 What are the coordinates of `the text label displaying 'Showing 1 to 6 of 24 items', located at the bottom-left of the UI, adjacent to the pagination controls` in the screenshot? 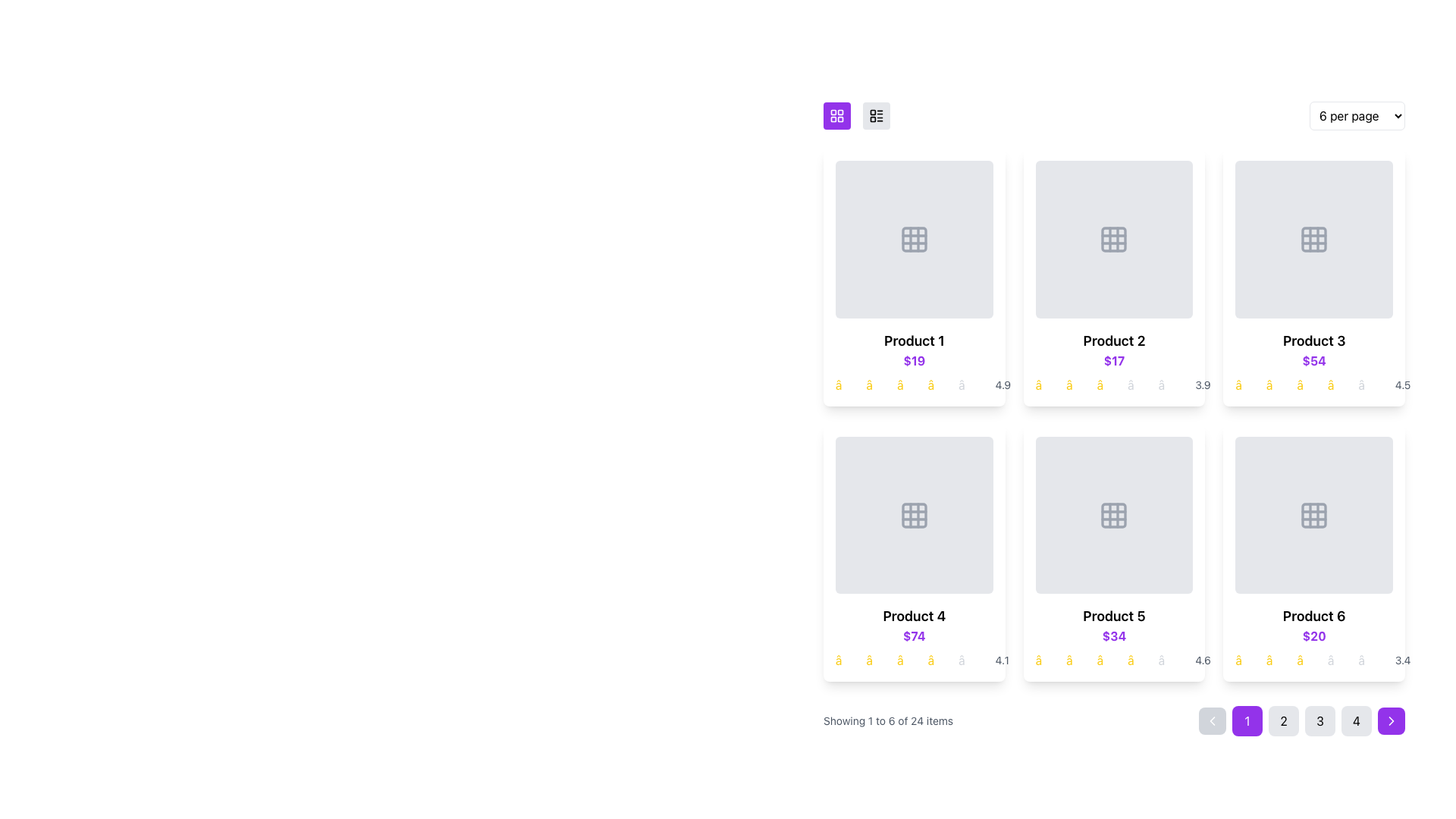 It's located at (888, 720).